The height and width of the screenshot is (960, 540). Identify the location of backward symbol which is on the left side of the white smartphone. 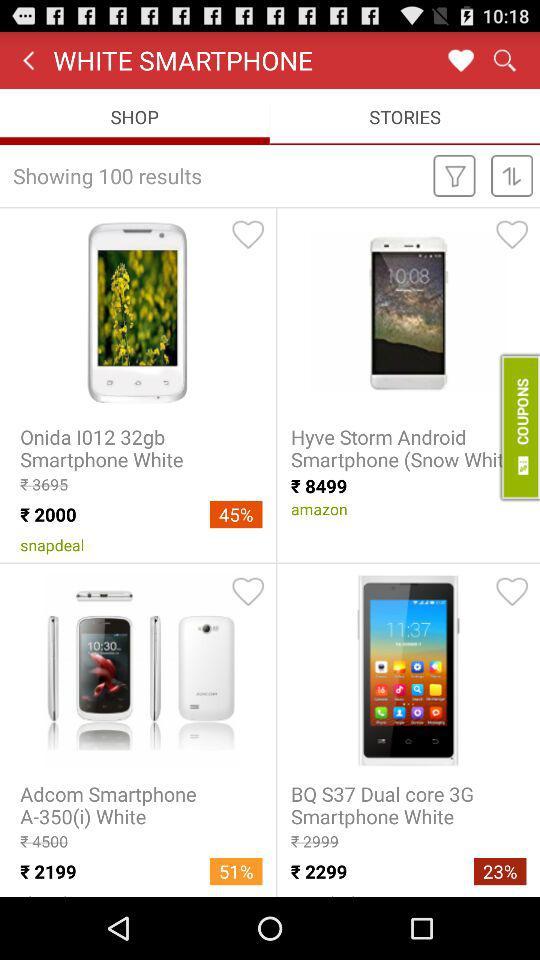
(27, 59).